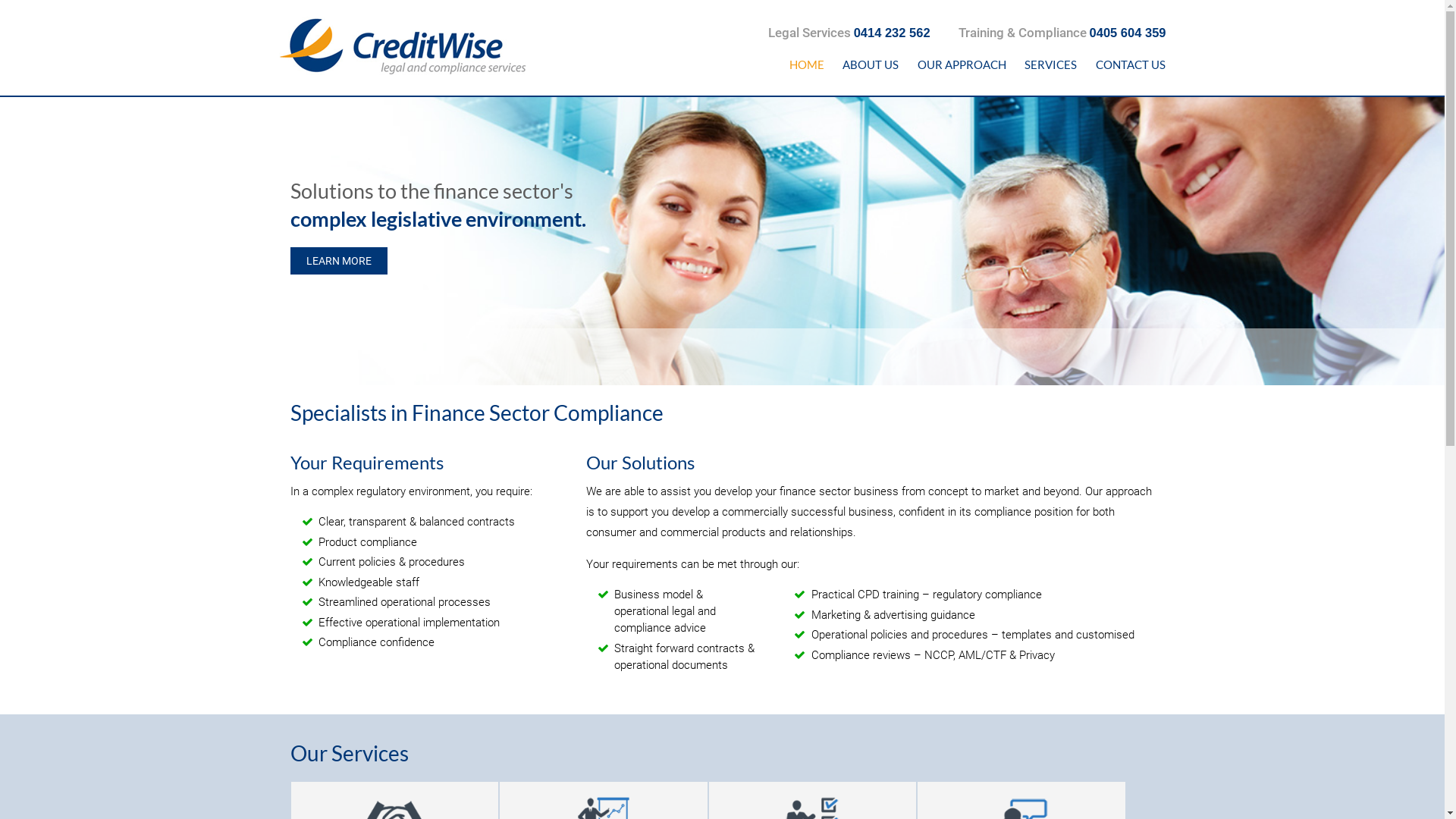  I want to click on '0414 232 562', so click(854, 32).